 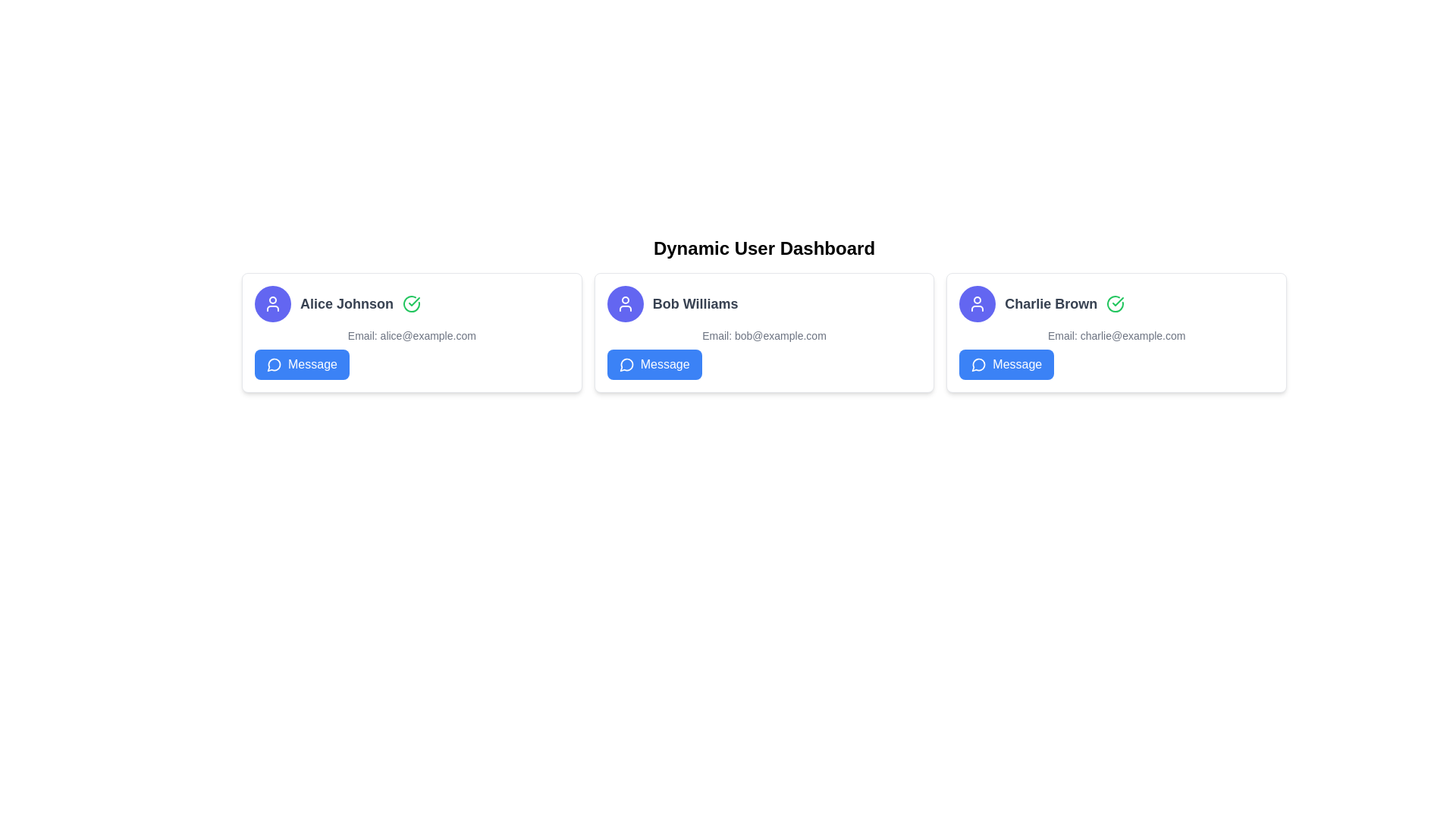 I want to click on the circular green checkmark icon indicating completion, located to the right of 'Alice Johnson', so click(x=411, y=304).